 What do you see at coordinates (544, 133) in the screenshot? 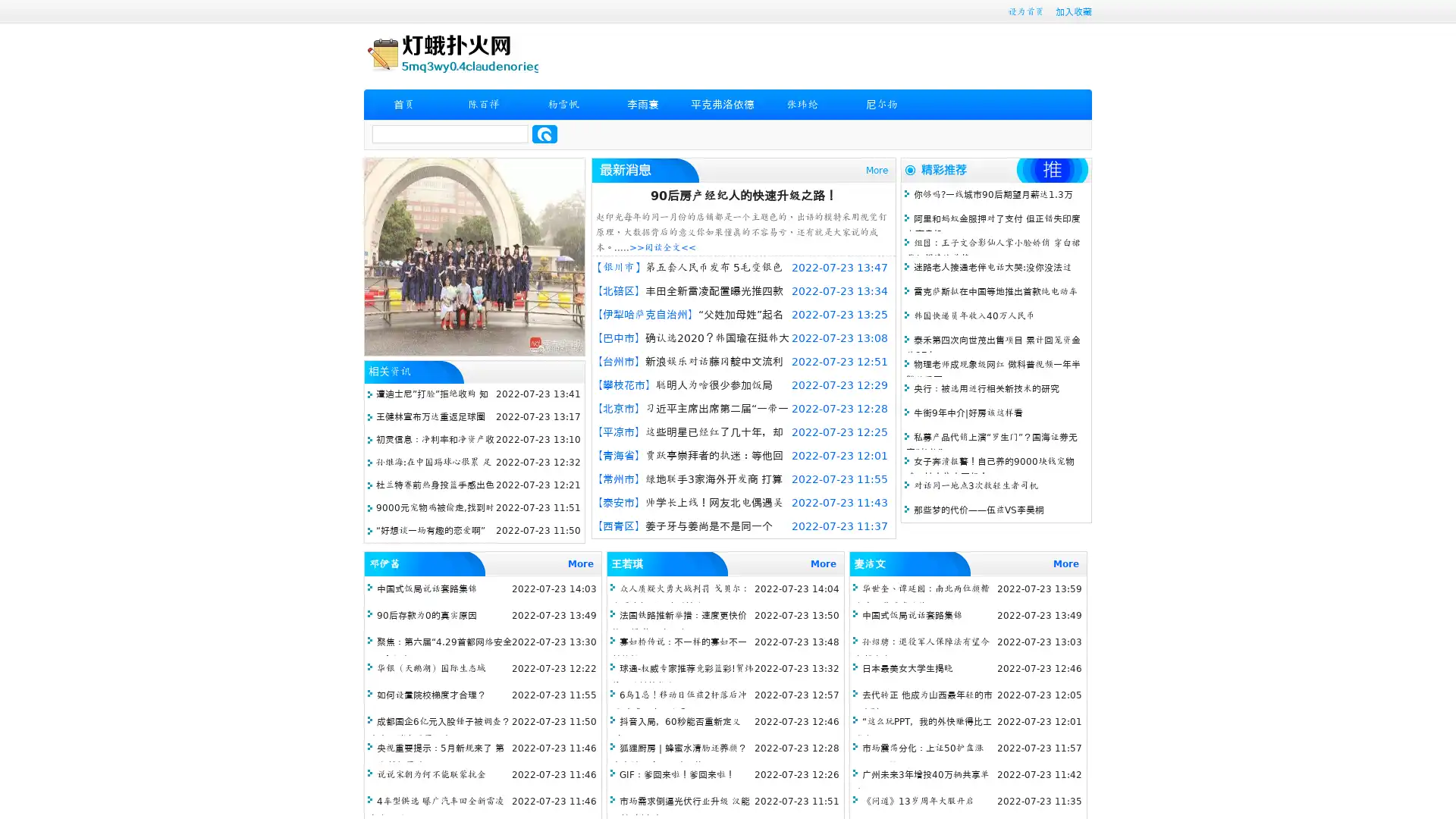
I see `Search` at bounding box center [544, 133].